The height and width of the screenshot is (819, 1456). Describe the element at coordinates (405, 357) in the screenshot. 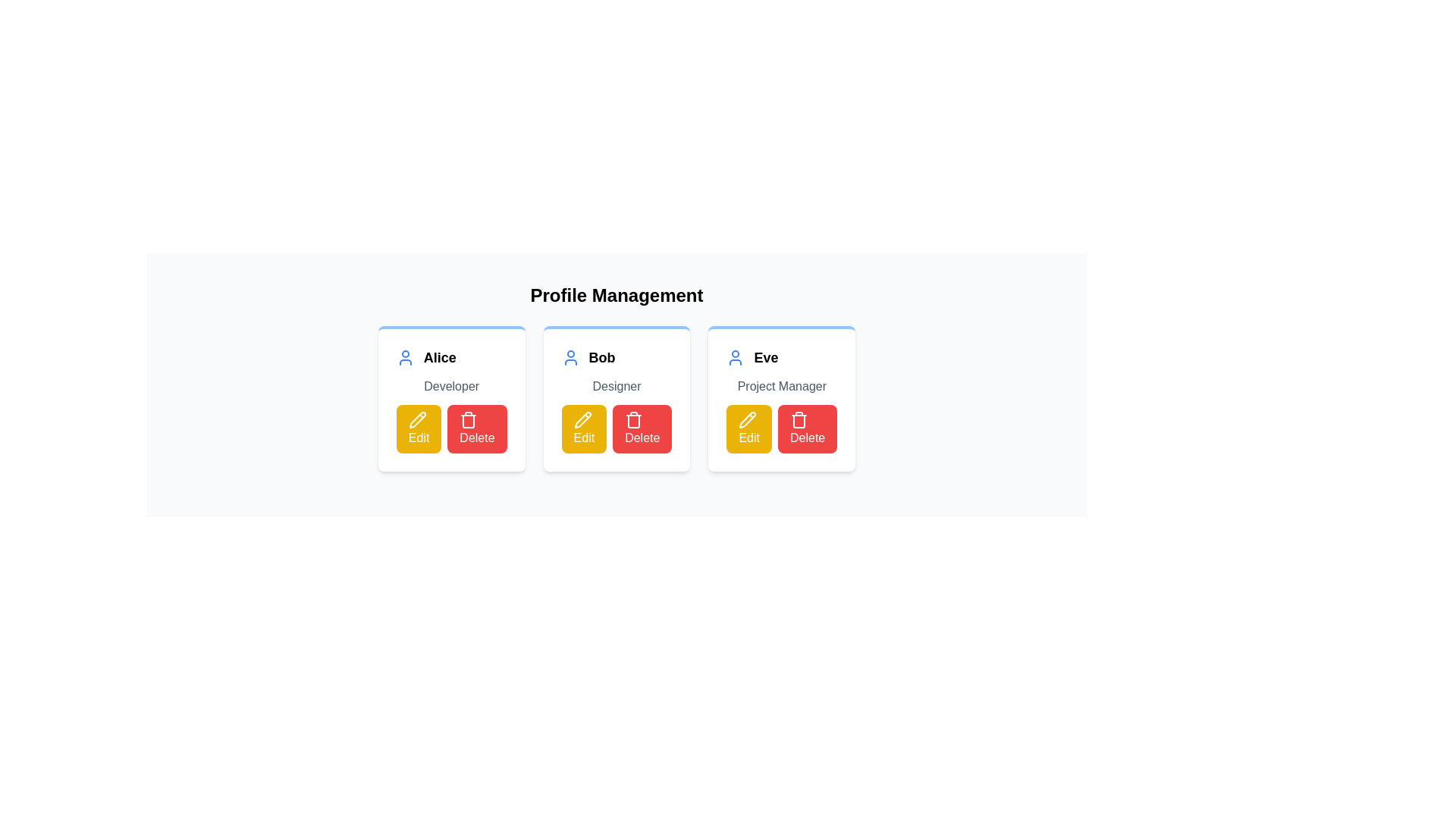

I see `the first avatar icon representing the user 'Alice' located at the far left in the row of profile cards` at that location.